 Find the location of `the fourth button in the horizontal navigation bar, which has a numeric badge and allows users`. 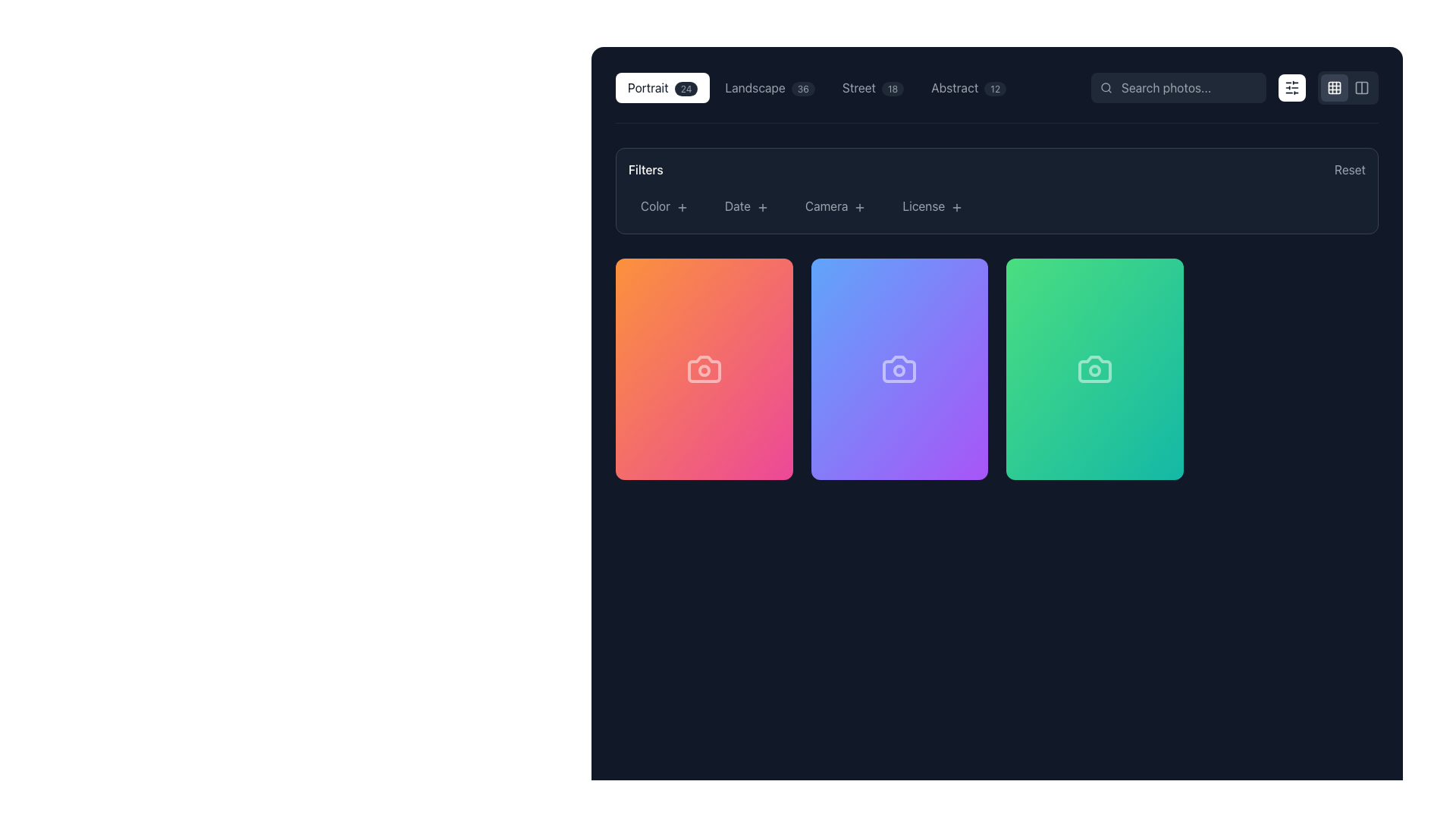

the fourth button in the horizontal navigation bar, which has a numeric badge and allows users is located at coordinates (968, 87).